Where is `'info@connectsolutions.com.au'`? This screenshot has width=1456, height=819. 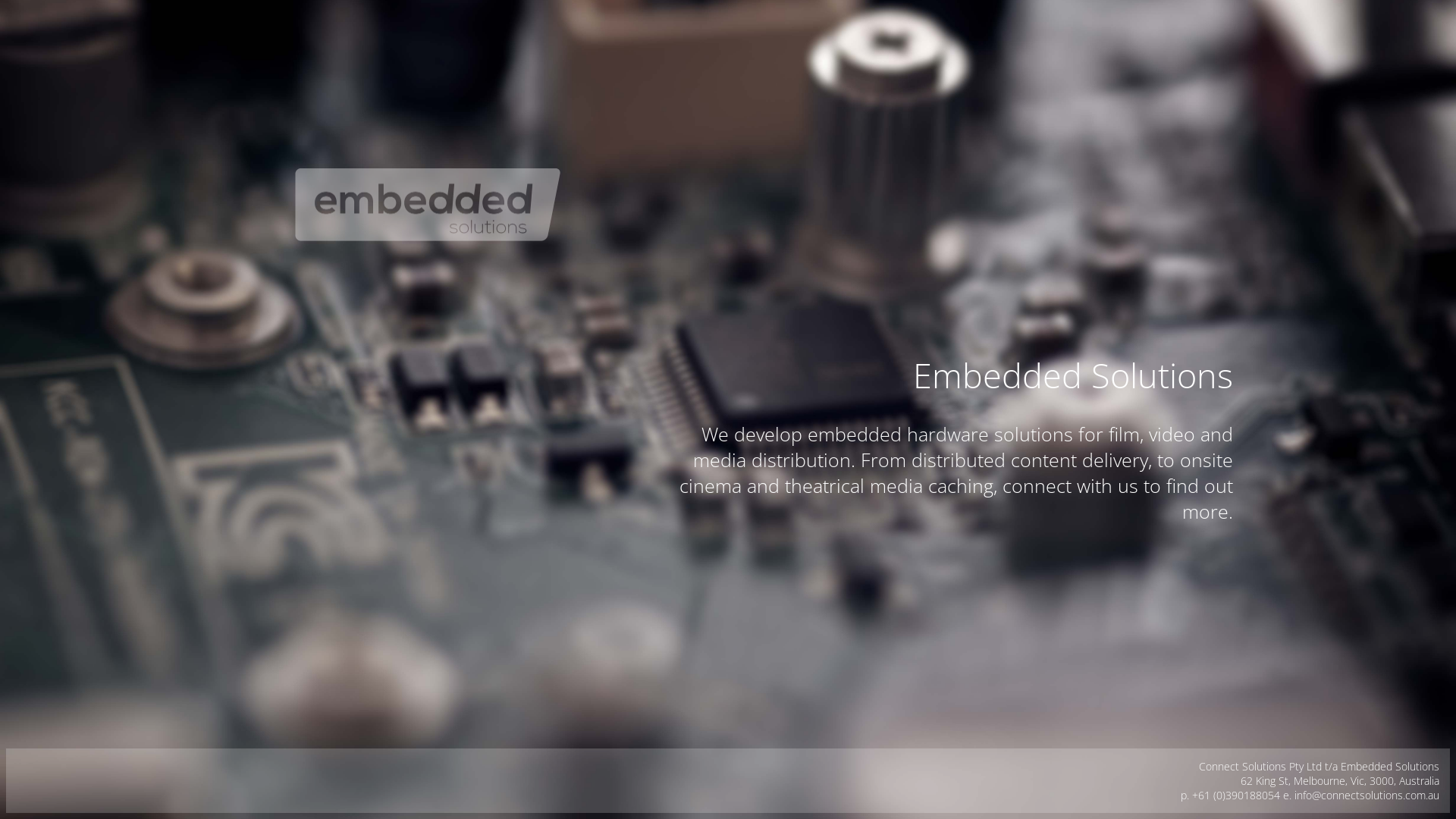
'info@connectsolutions.com.au' is located at coordinates (1294, 794).